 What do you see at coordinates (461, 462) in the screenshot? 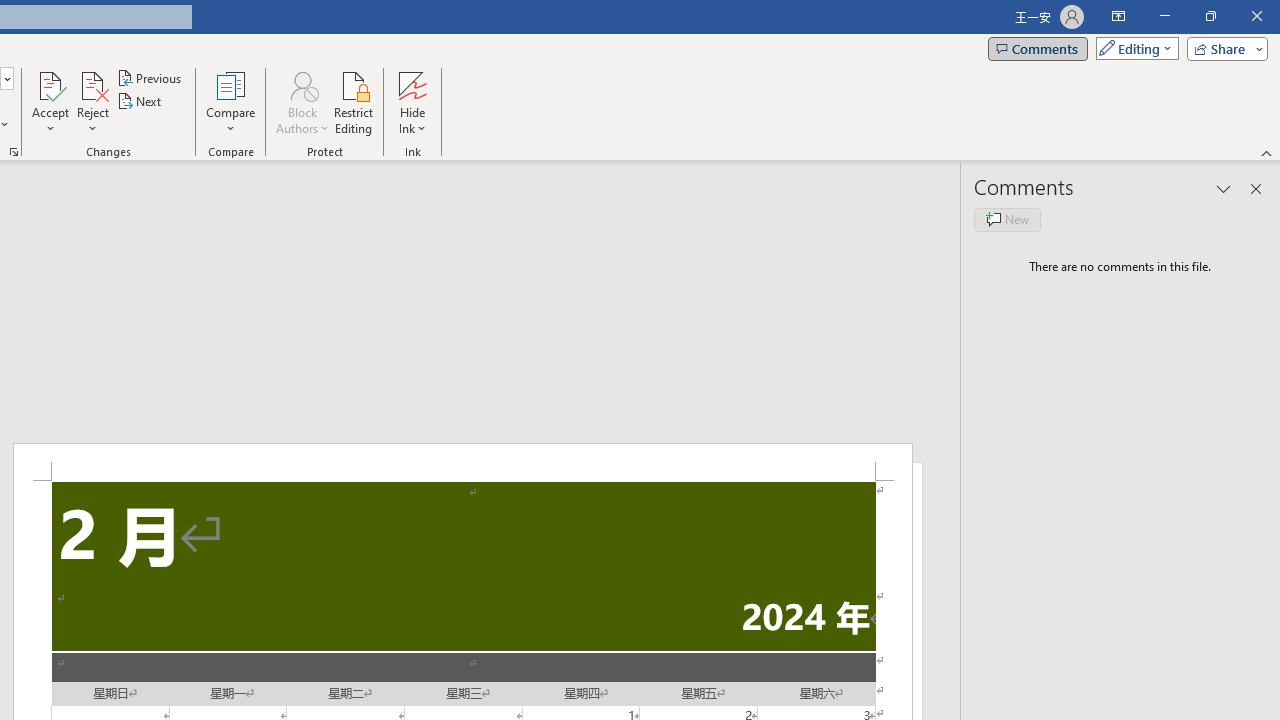
I see `'Header -Section 2-'` at bounding box center [461, 462].